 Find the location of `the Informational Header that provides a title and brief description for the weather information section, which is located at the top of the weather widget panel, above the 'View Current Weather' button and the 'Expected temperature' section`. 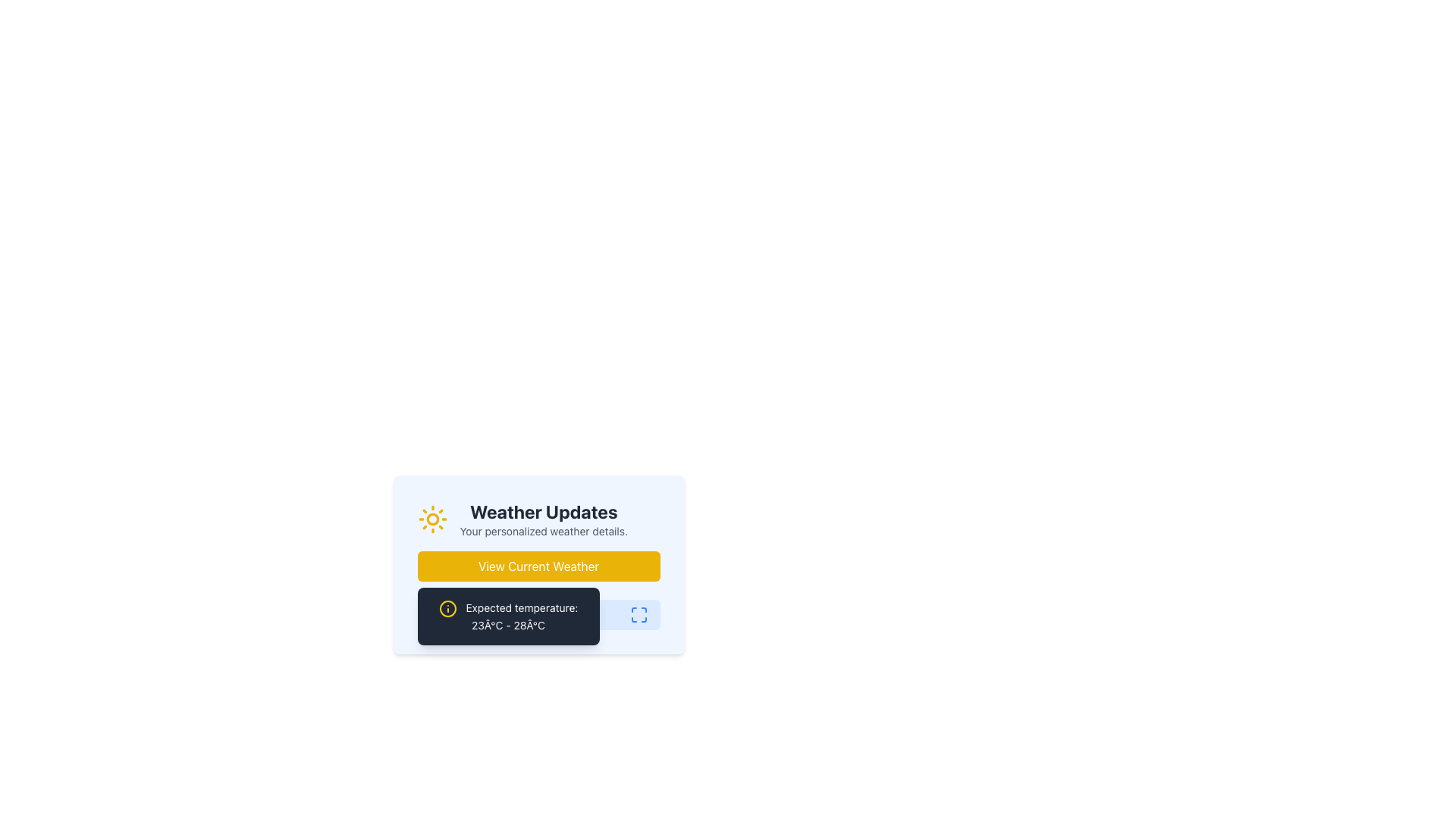

the Informational Header that provides a title and brief description for the weather information section, which is located at the top of the weather widget panel, above the 'View Current Weather' button and the 'Expected temperature' section is located at coordinates (538, 519).